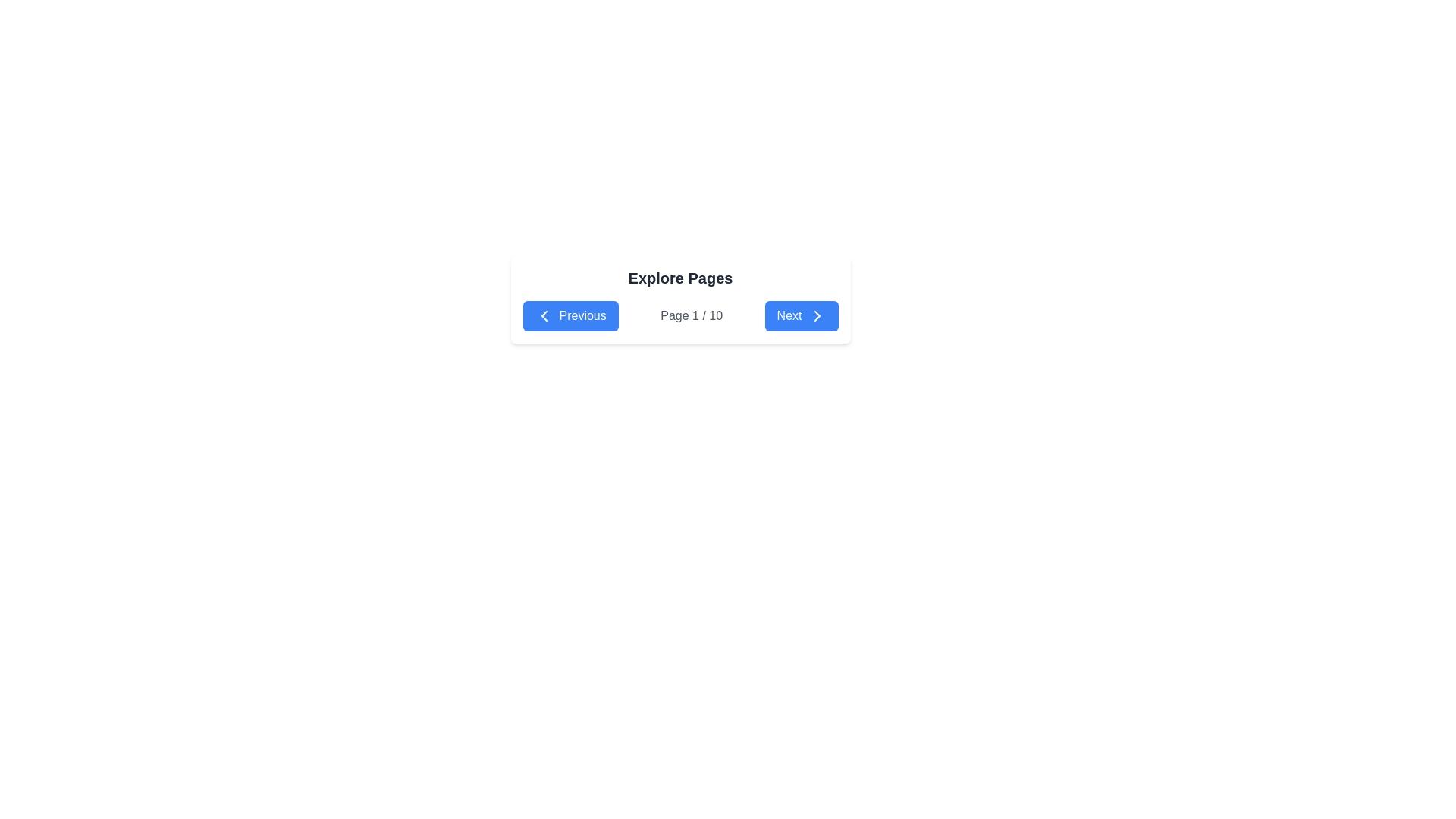 This screenshot has height=819, width=1456. I want to click on the chevron-shaped icon within the blue 'Next' button, so click(816, 315).